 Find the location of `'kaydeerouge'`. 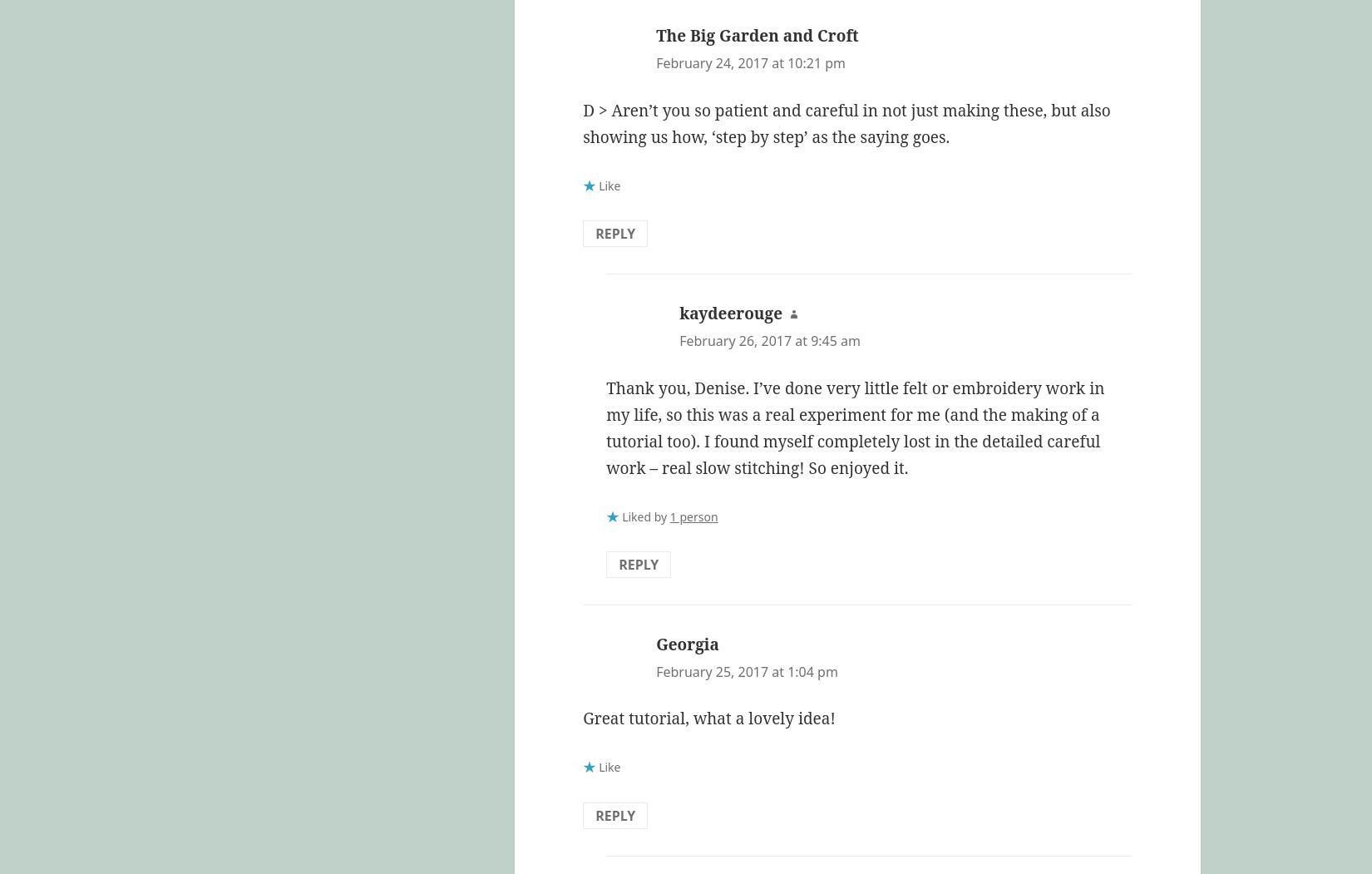

'kaydeerouge' is located at coordinates (730, 312).